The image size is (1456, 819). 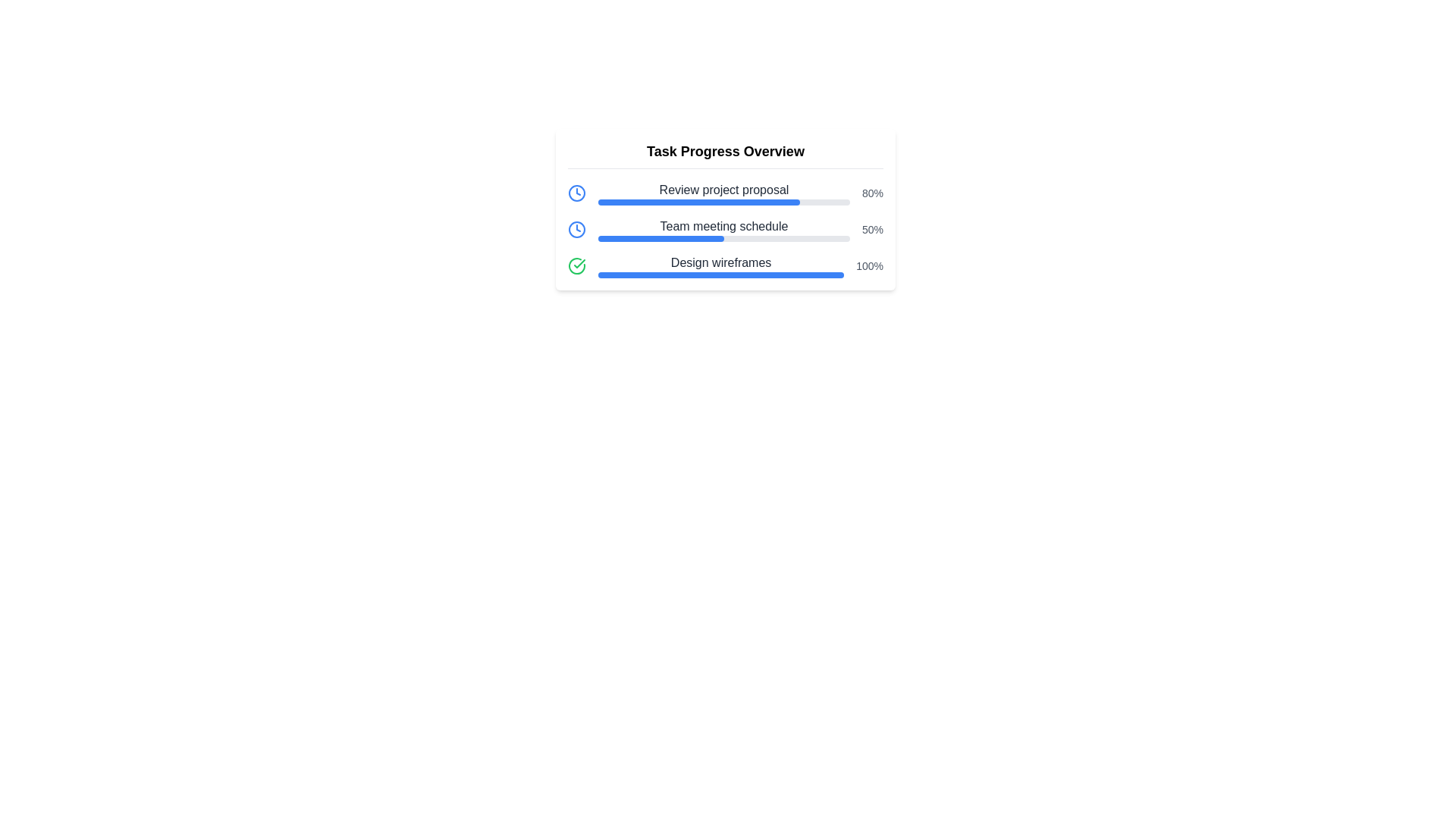 I want to click on the text label that displays the progress percentage of the 'Team meeting schedule' item, located at the rightmost end of the corresponding row, adjacent to the progress bar, so click(x=873, y=230).